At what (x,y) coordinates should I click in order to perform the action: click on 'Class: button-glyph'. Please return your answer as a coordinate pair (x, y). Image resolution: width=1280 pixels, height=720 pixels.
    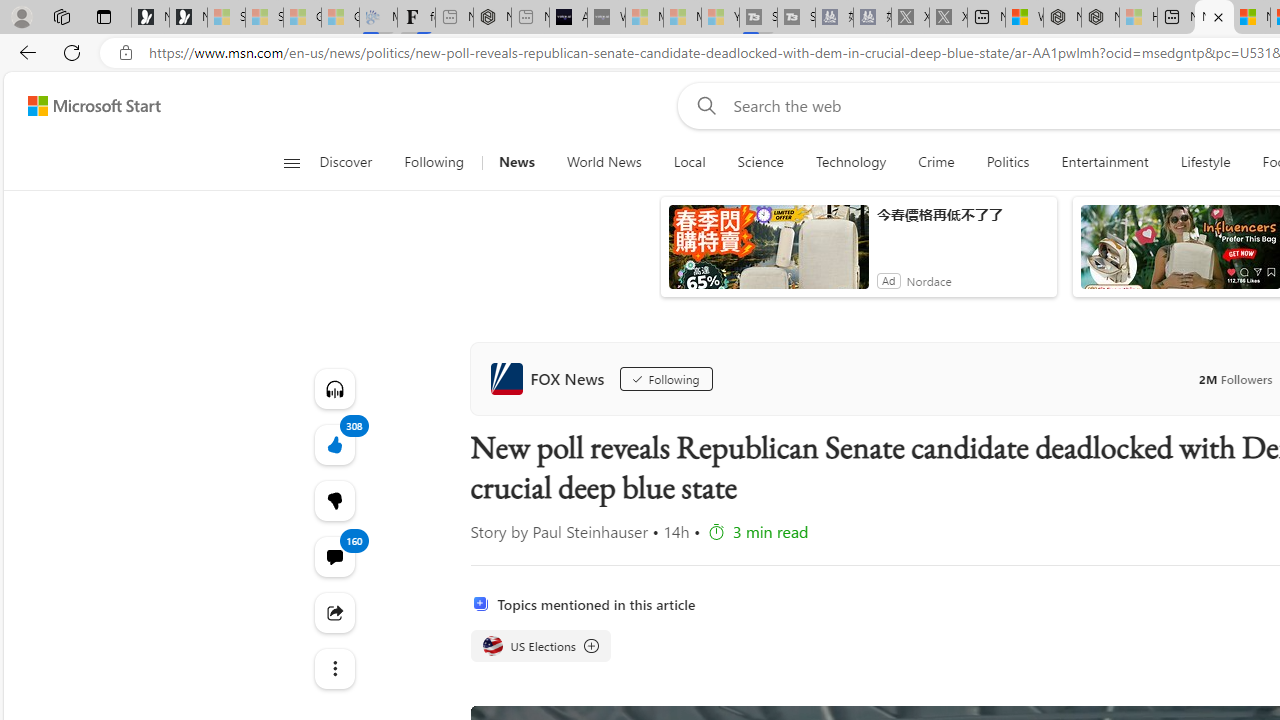
    Looking at the image, I should click on (290, 162).